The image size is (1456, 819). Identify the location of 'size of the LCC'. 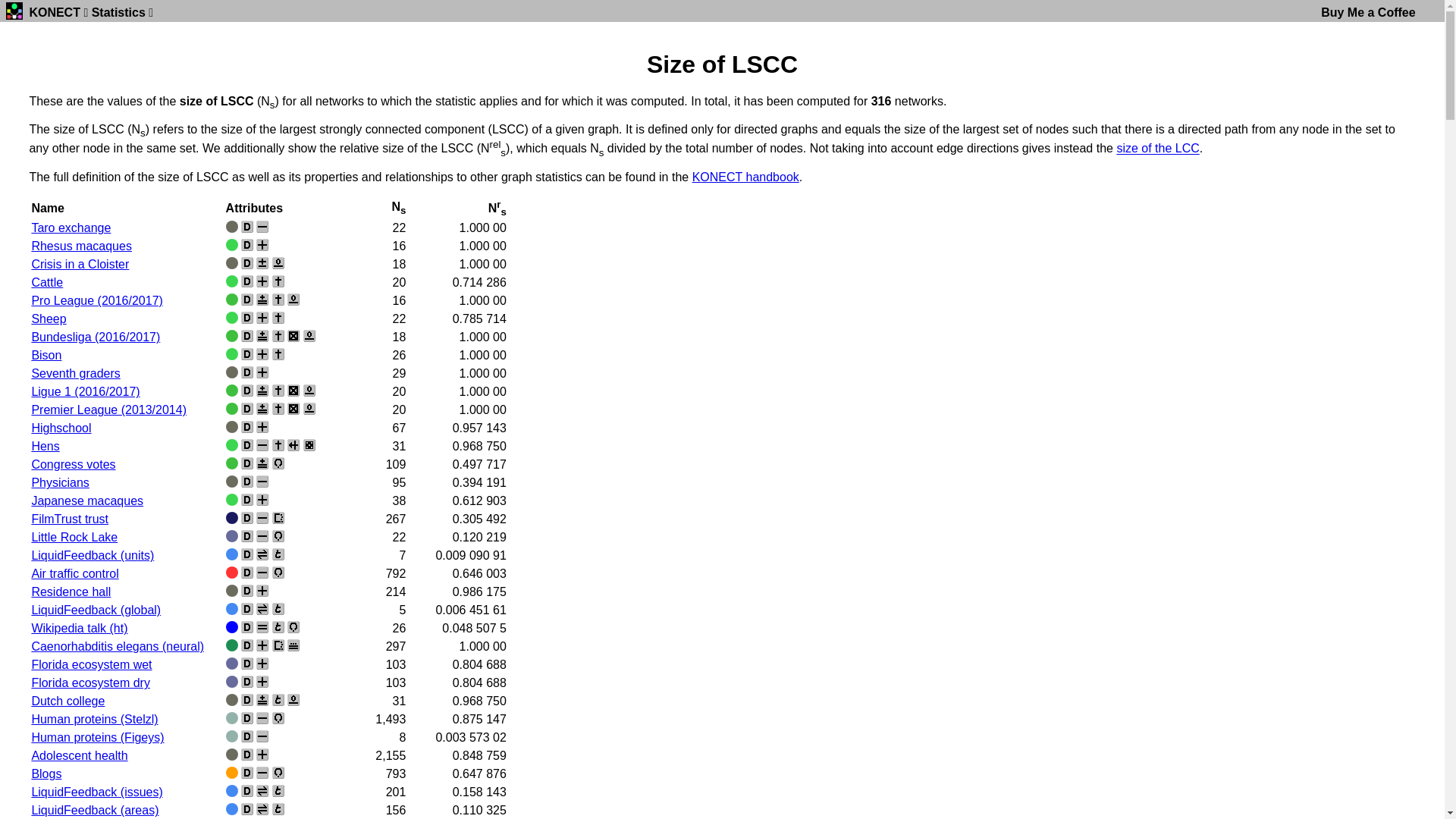
(1116, 149).